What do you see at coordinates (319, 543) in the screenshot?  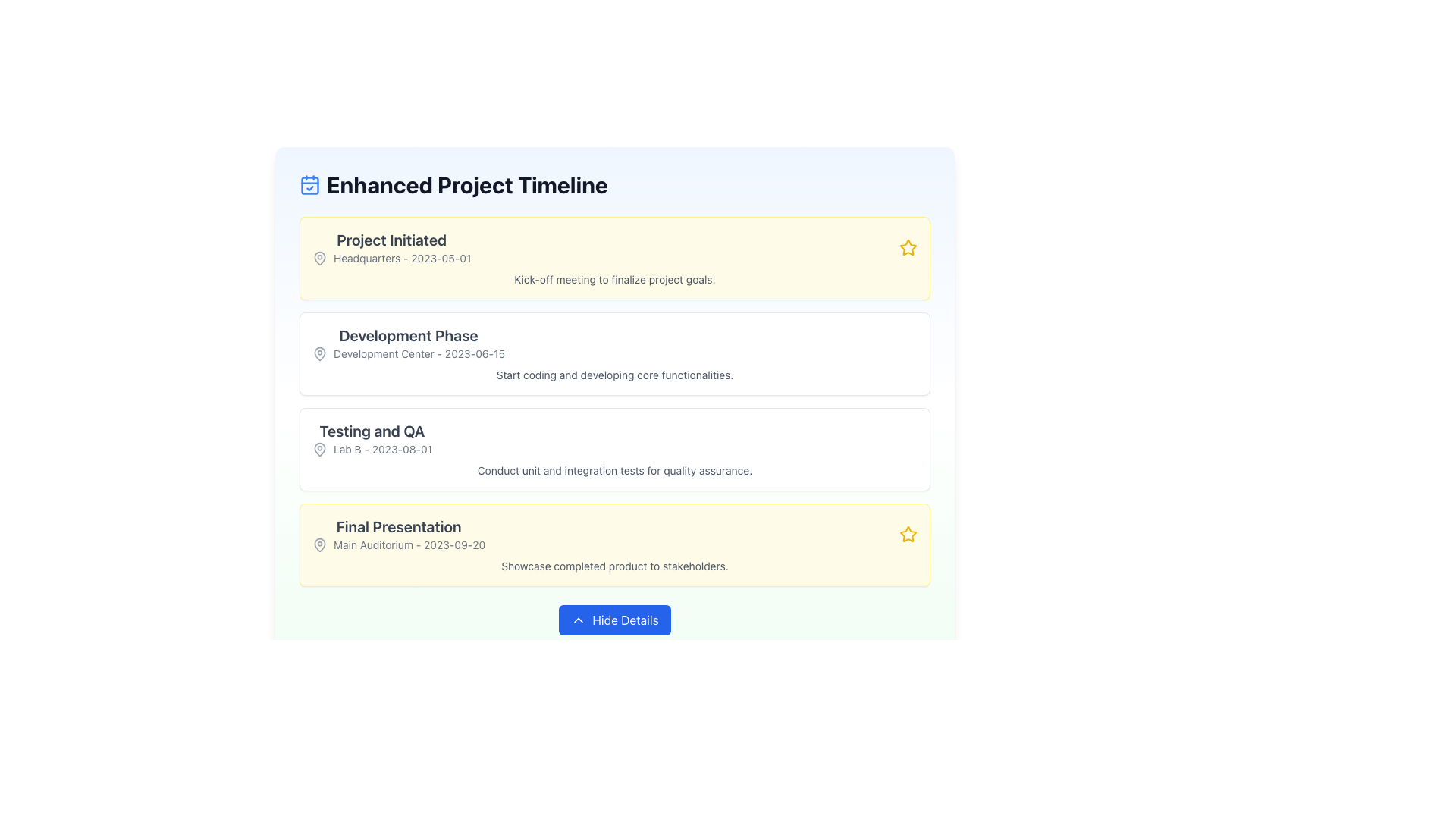 I see `the location marked by the leftmost SVG Icon in the 'Final Presentation' timeline entry, which is the fourth map pin icon in the timeline card` at bounding box center [319, 543].